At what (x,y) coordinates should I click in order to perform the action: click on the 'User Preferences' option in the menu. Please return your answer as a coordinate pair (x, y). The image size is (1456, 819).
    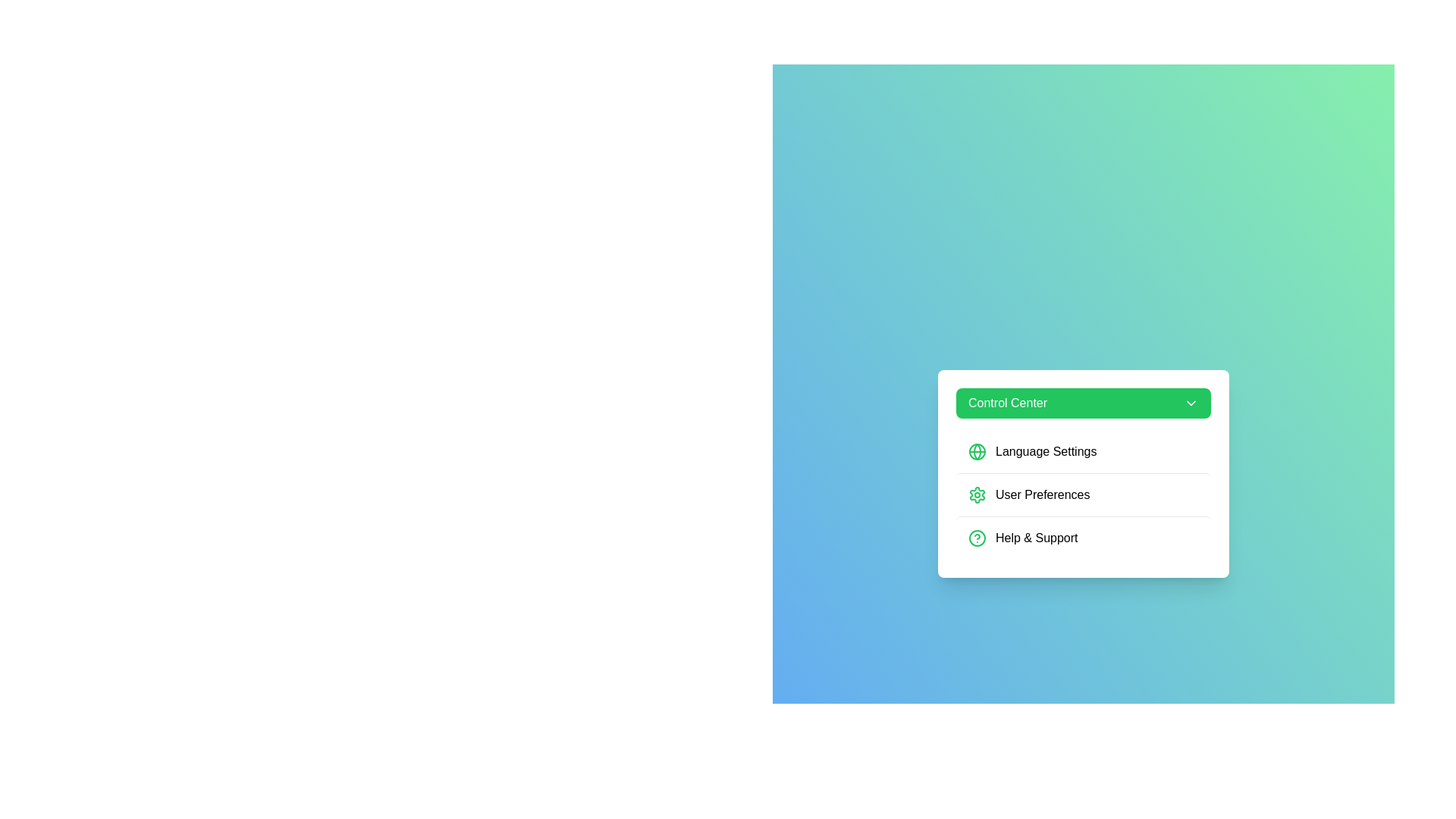
    Looking at the image, I should click on (1083, 494).